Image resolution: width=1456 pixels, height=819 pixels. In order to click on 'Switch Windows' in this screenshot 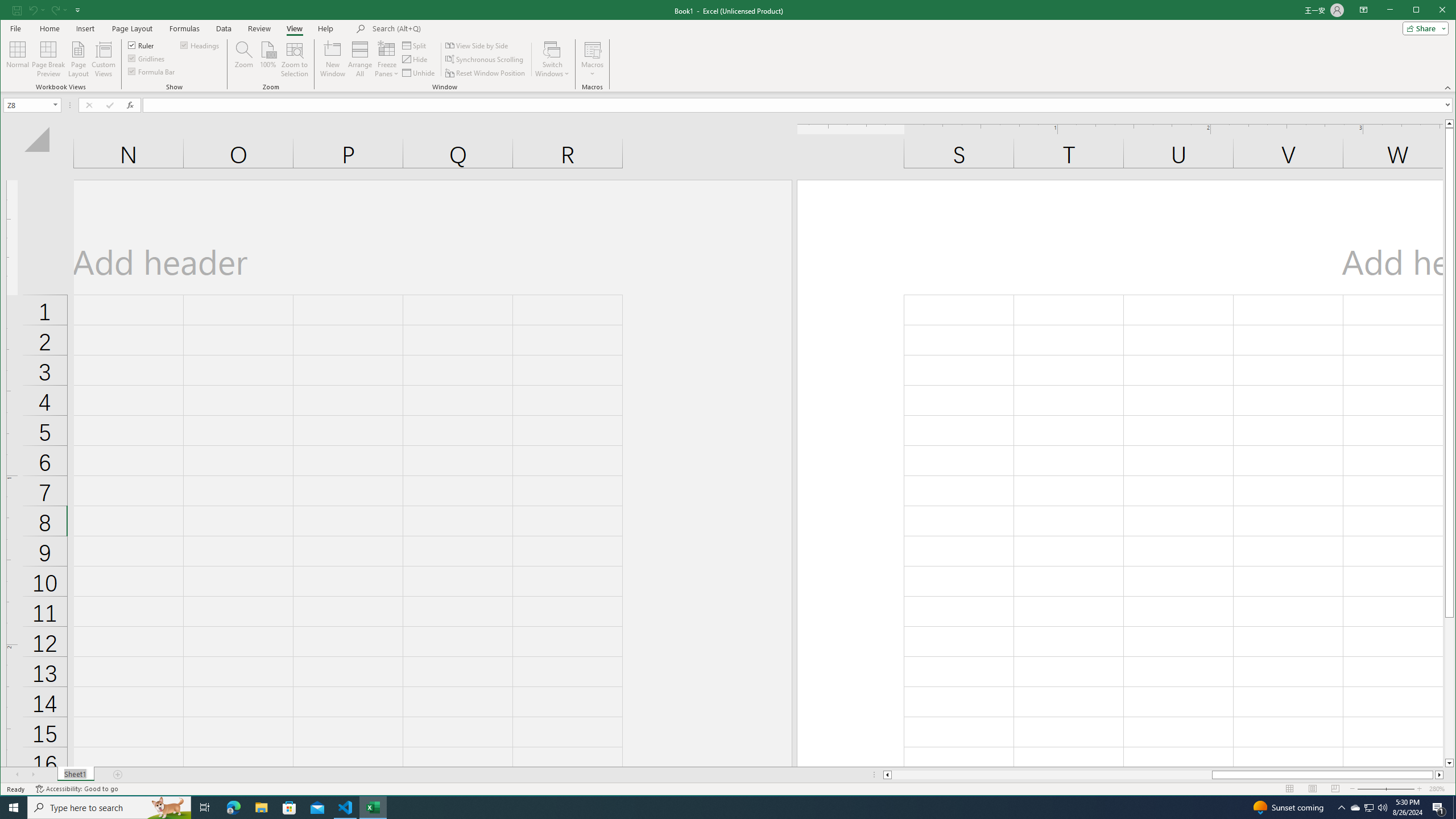, I will do `click(552, 59)`.